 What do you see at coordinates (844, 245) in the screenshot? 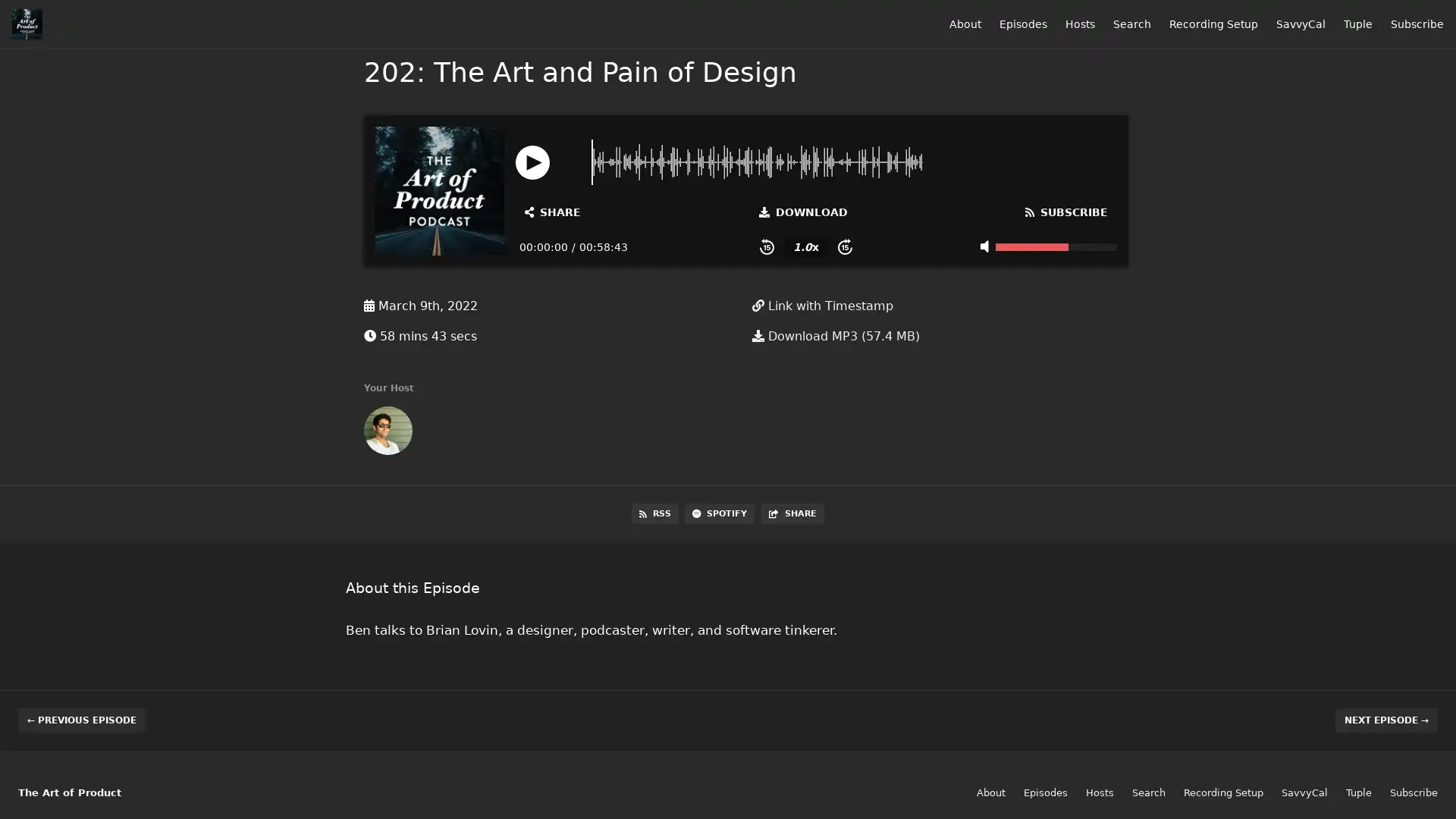
I see `Skip Forward 15 Seconds` at bounding box center [844, 245].